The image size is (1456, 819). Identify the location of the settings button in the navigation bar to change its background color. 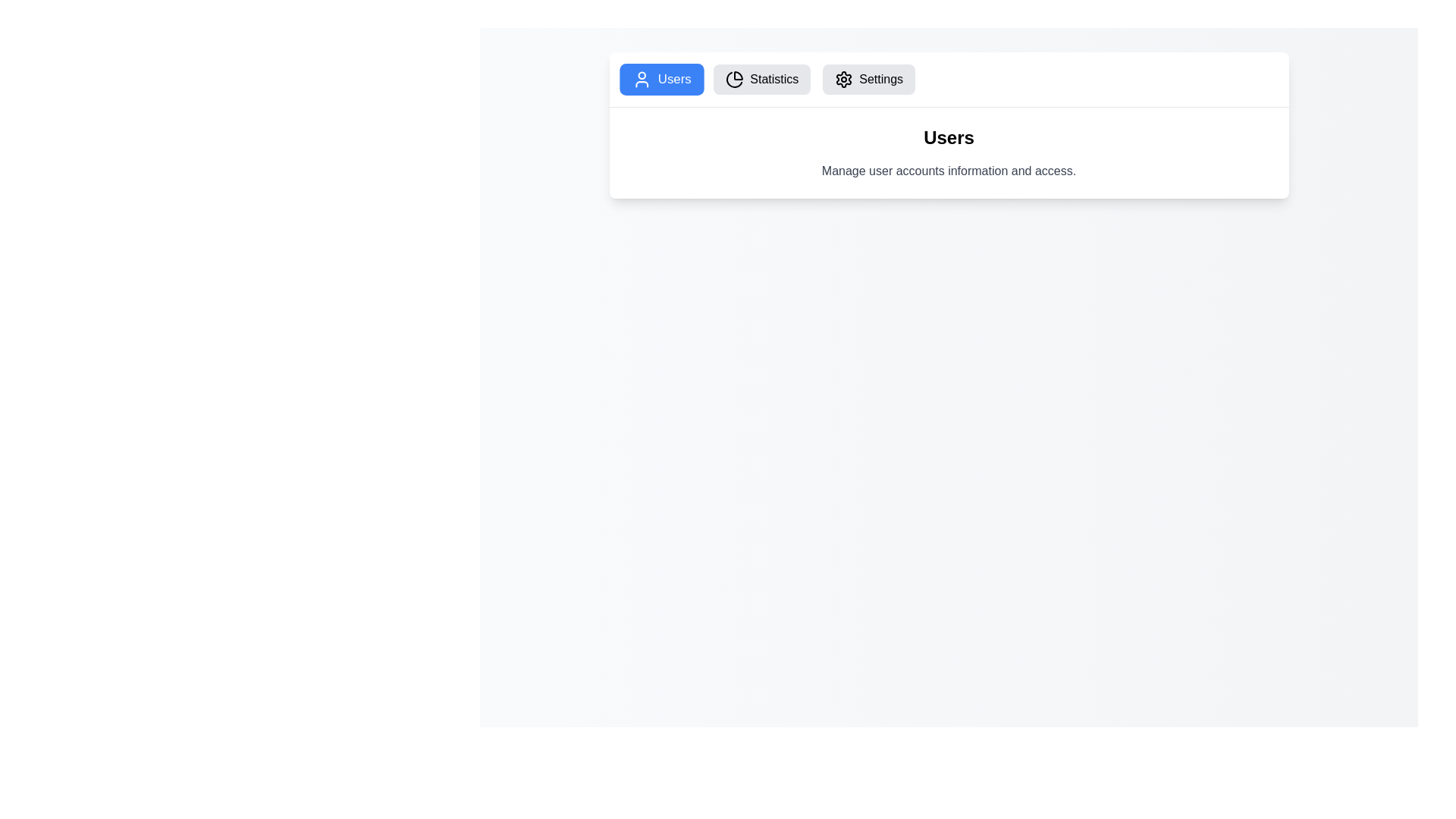
(869, 79).